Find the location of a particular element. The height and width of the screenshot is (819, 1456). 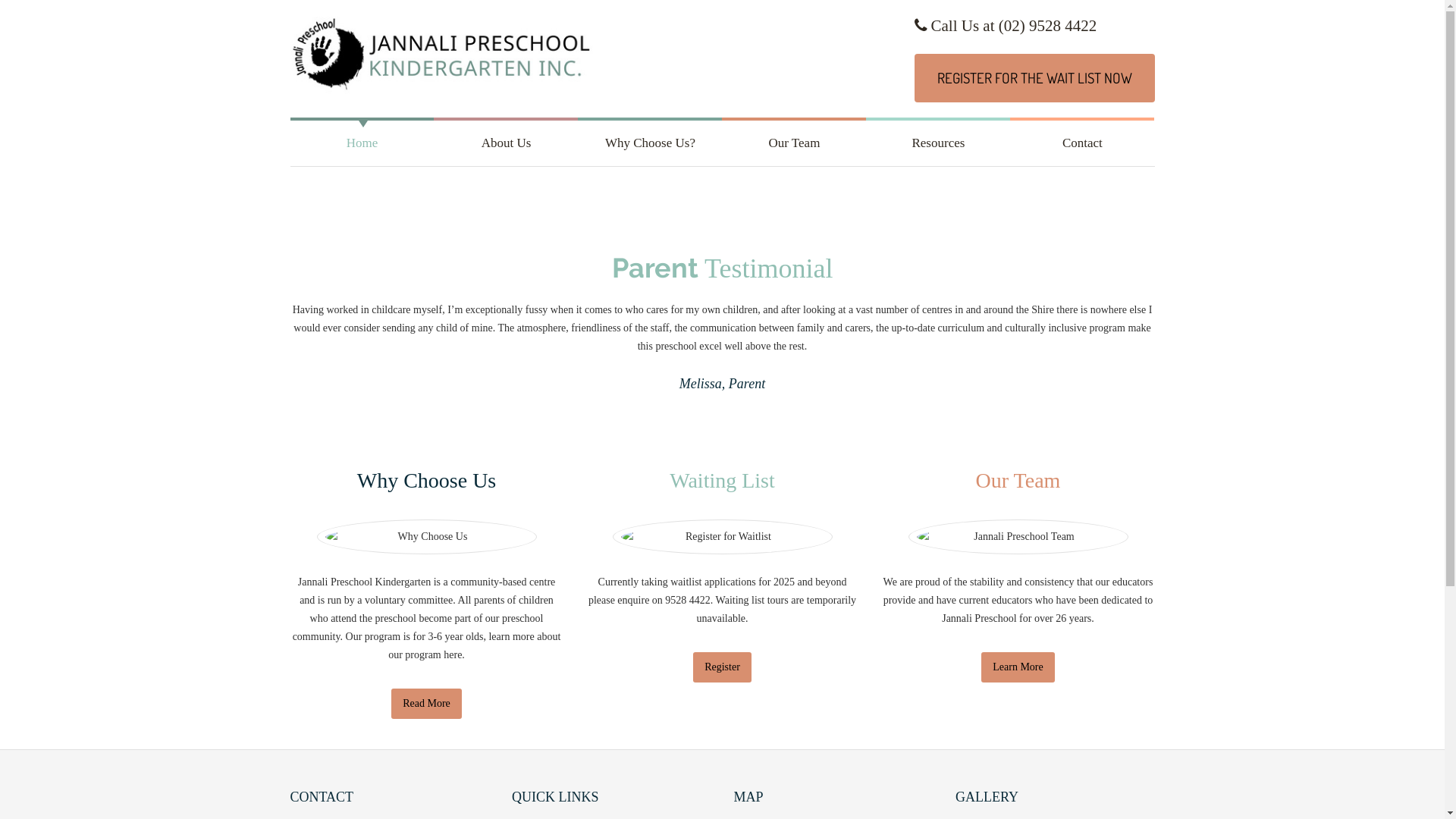

'Our Team' is located at coordinates (792, 143).